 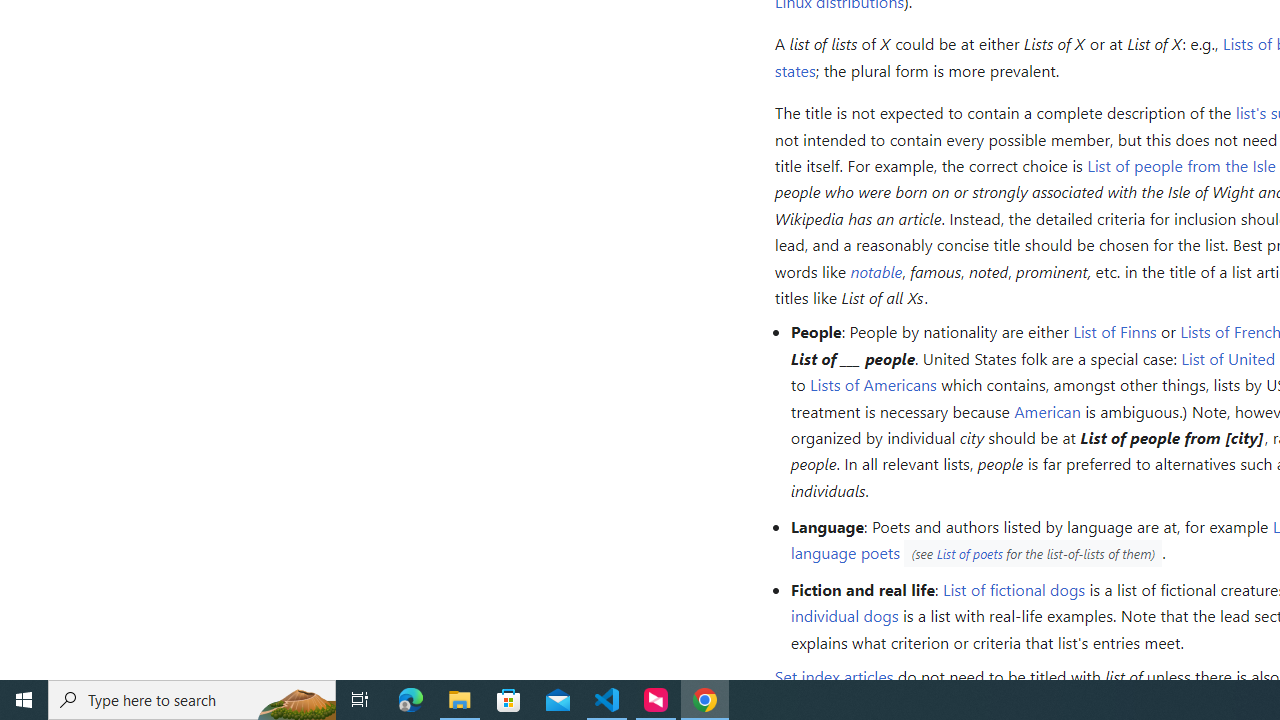 What do you see at coordinates (1046, 410) in the screenshot?
I see `'American'` at bounding box center [1046, 410].